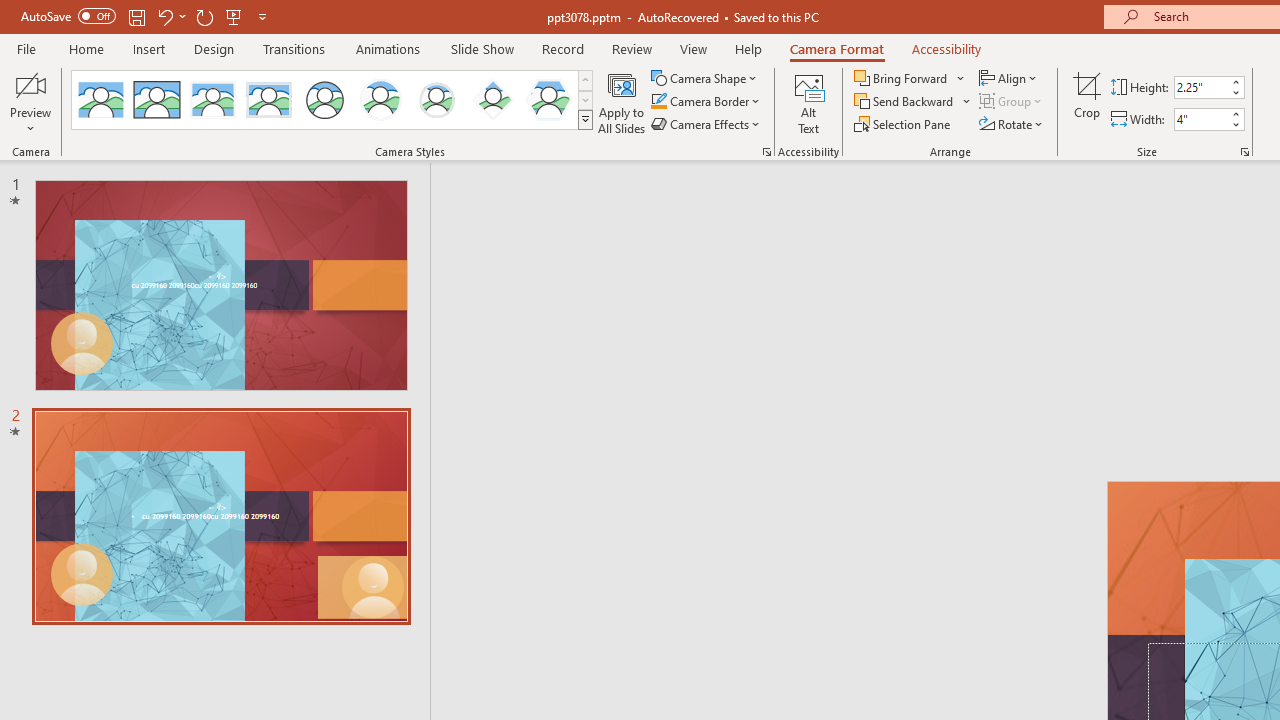 The image size is (1280, 720). What do you see at coordinates (706, 101) in the screenshot?
I see `'Camera Border'` at bounding box center [706, 101].